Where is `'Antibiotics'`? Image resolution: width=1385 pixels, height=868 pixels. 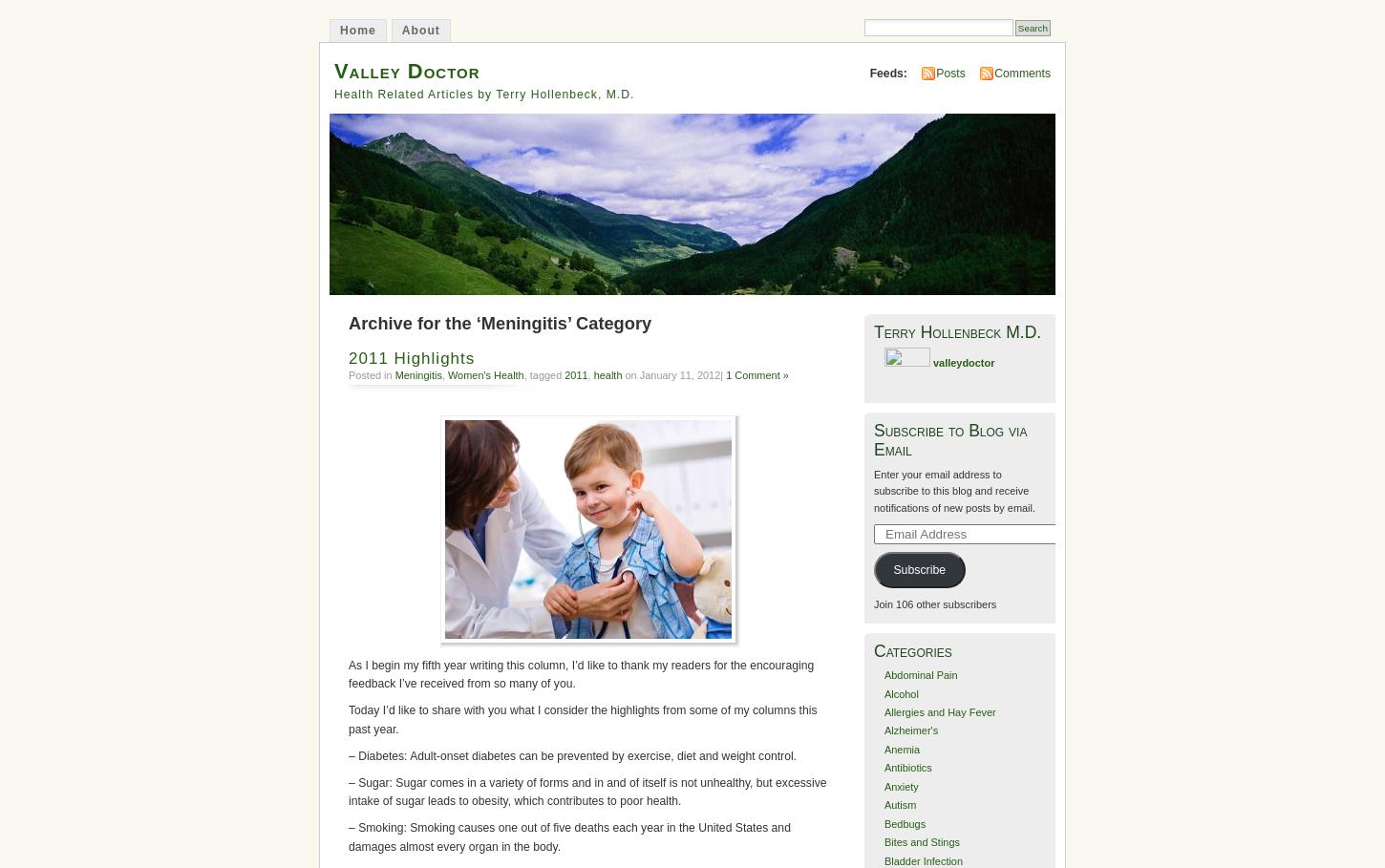
'Antibiotics' is located at coordinates (906, 767).